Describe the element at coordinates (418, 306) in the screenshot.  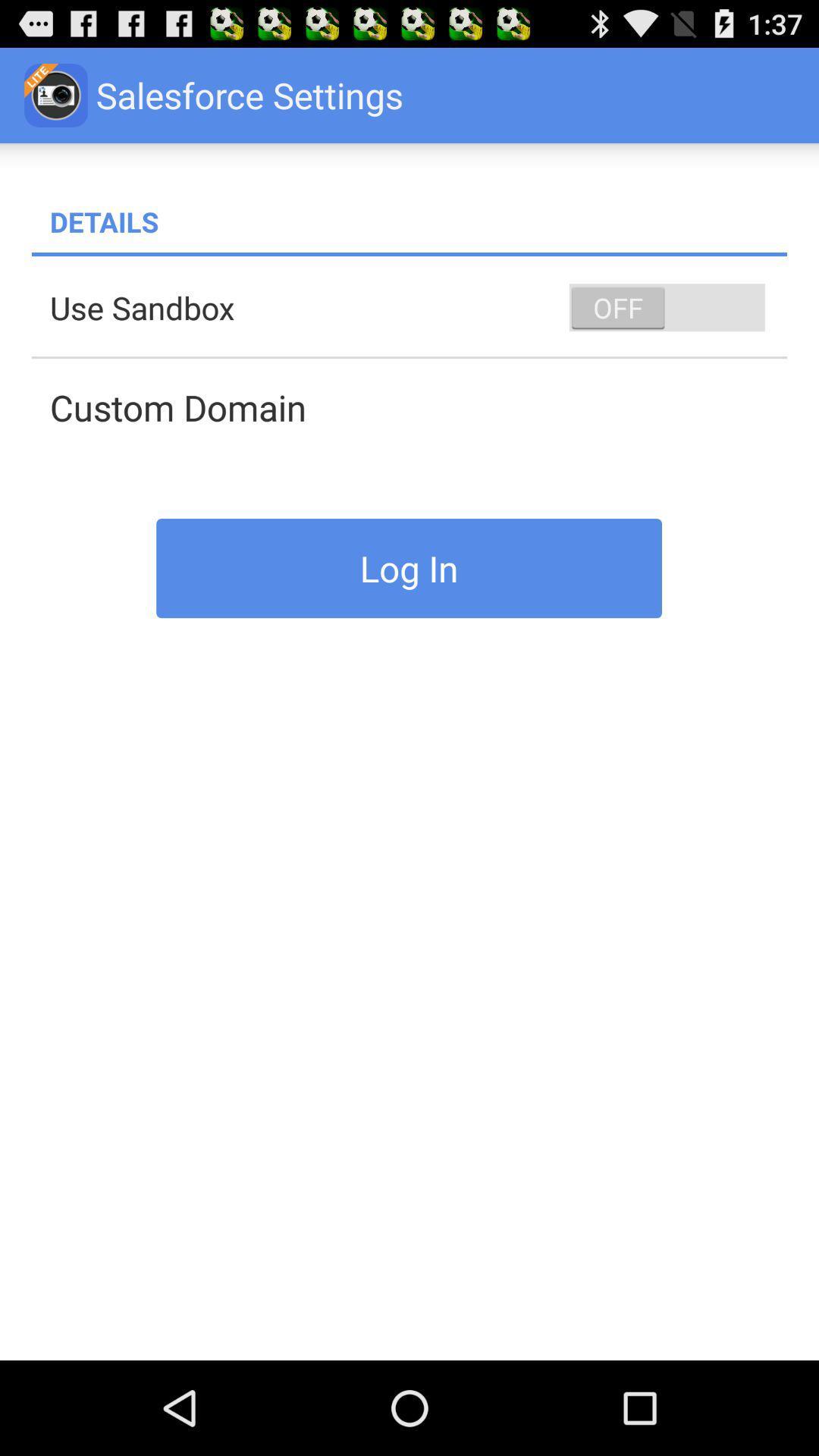
I see `the use sandbox app` at that location.